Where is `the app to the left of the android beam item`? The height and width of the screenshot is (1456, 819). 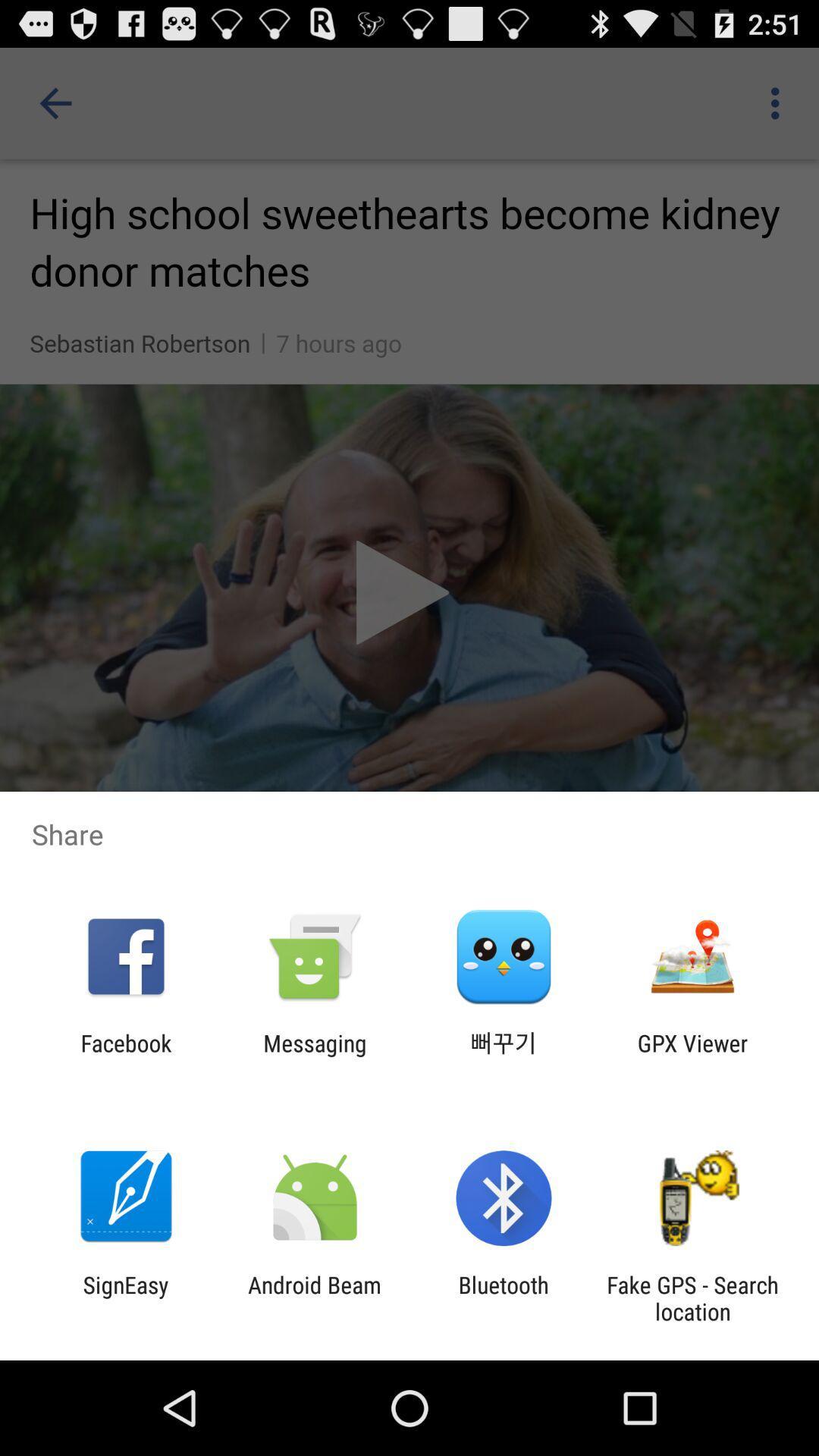
the app to the left of the android beam item is located at coordinates (125, 1298).